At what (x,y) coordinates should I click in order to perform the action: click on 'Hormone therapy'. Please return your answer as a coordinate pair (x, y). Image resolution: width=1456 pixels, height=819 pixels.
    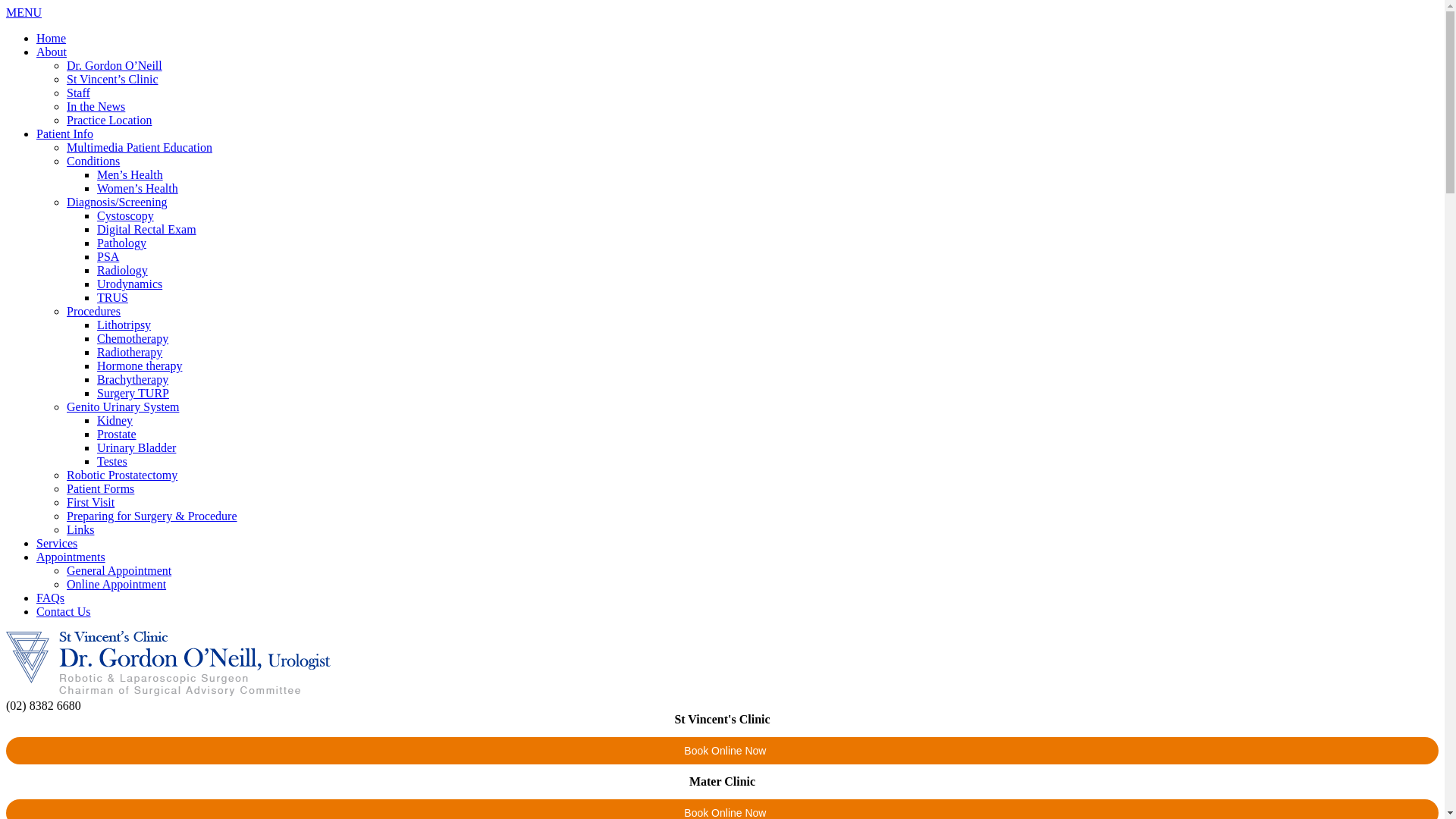
    Looking at the image, I should click on (96, 366).